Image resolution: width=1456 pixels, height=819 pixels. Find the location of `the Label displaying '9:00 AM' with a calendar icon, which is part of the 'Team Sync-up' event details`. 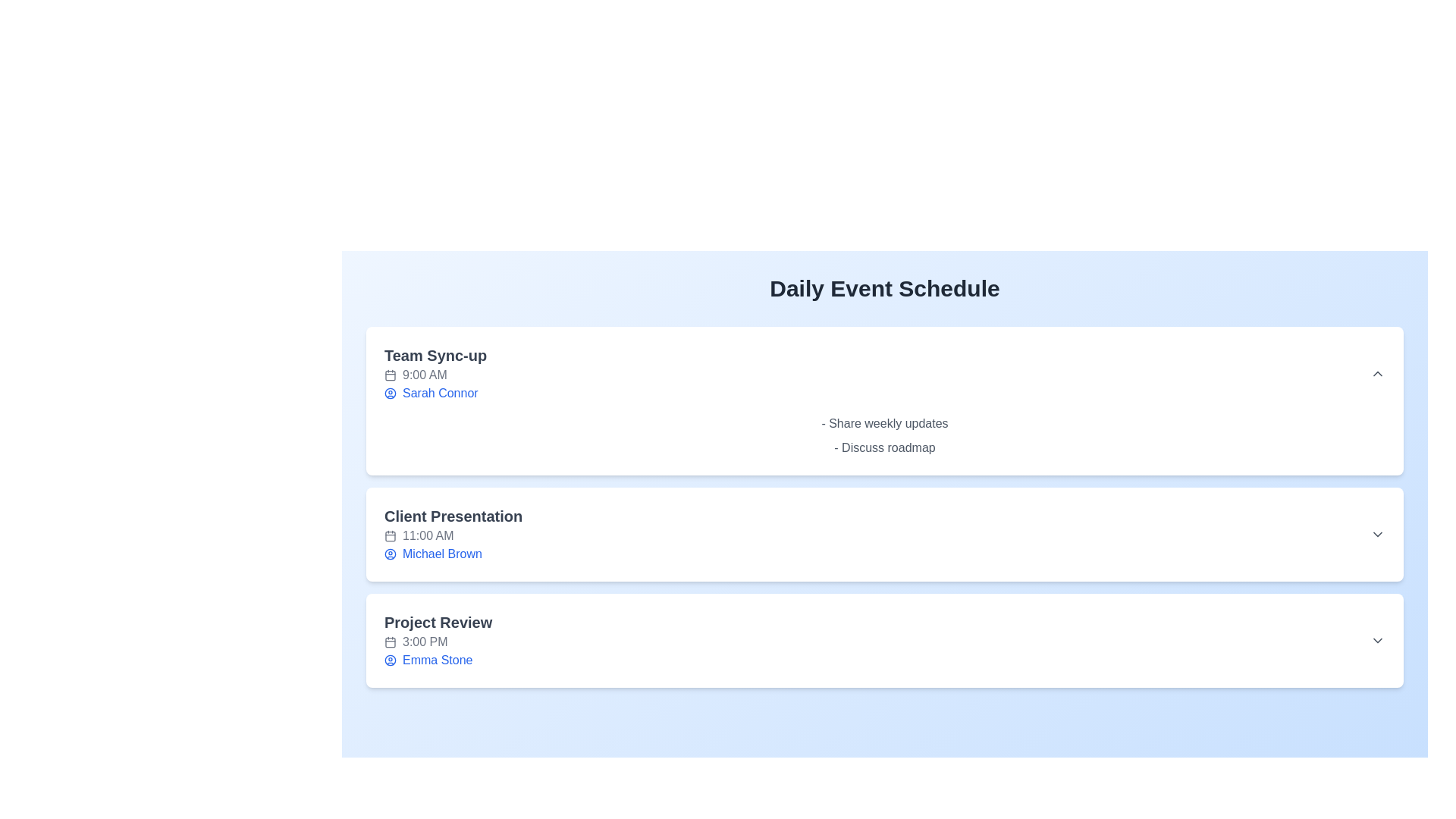

the Label displaying '9:00 AM' with a calendar icon, which is part of the 'Team Sync-up' event details is located at coordinates (435, 375).